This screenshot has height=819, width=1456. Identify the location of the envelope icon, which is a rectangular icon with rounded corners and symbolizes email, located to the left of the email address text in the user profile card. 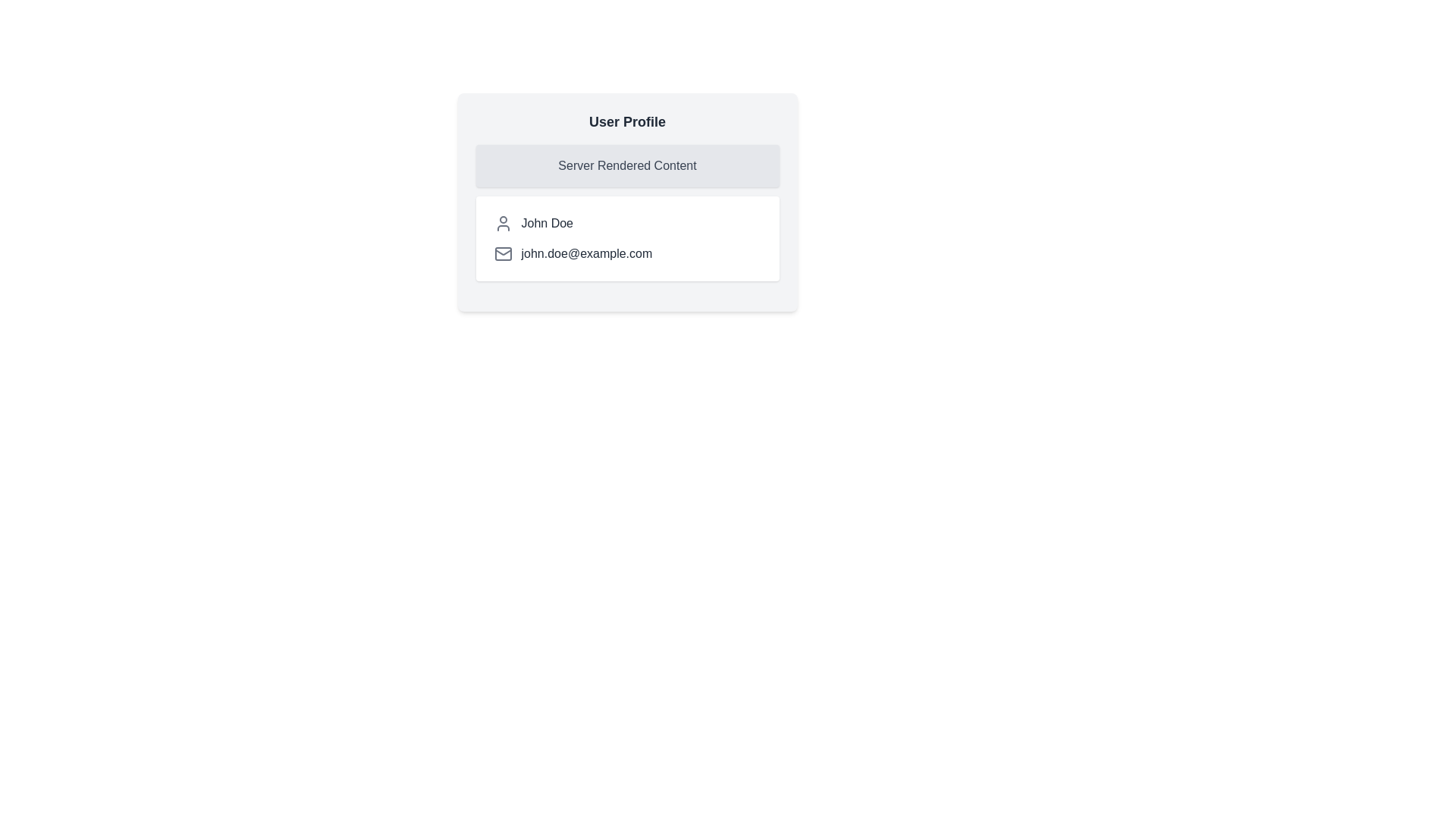
(503, 253).